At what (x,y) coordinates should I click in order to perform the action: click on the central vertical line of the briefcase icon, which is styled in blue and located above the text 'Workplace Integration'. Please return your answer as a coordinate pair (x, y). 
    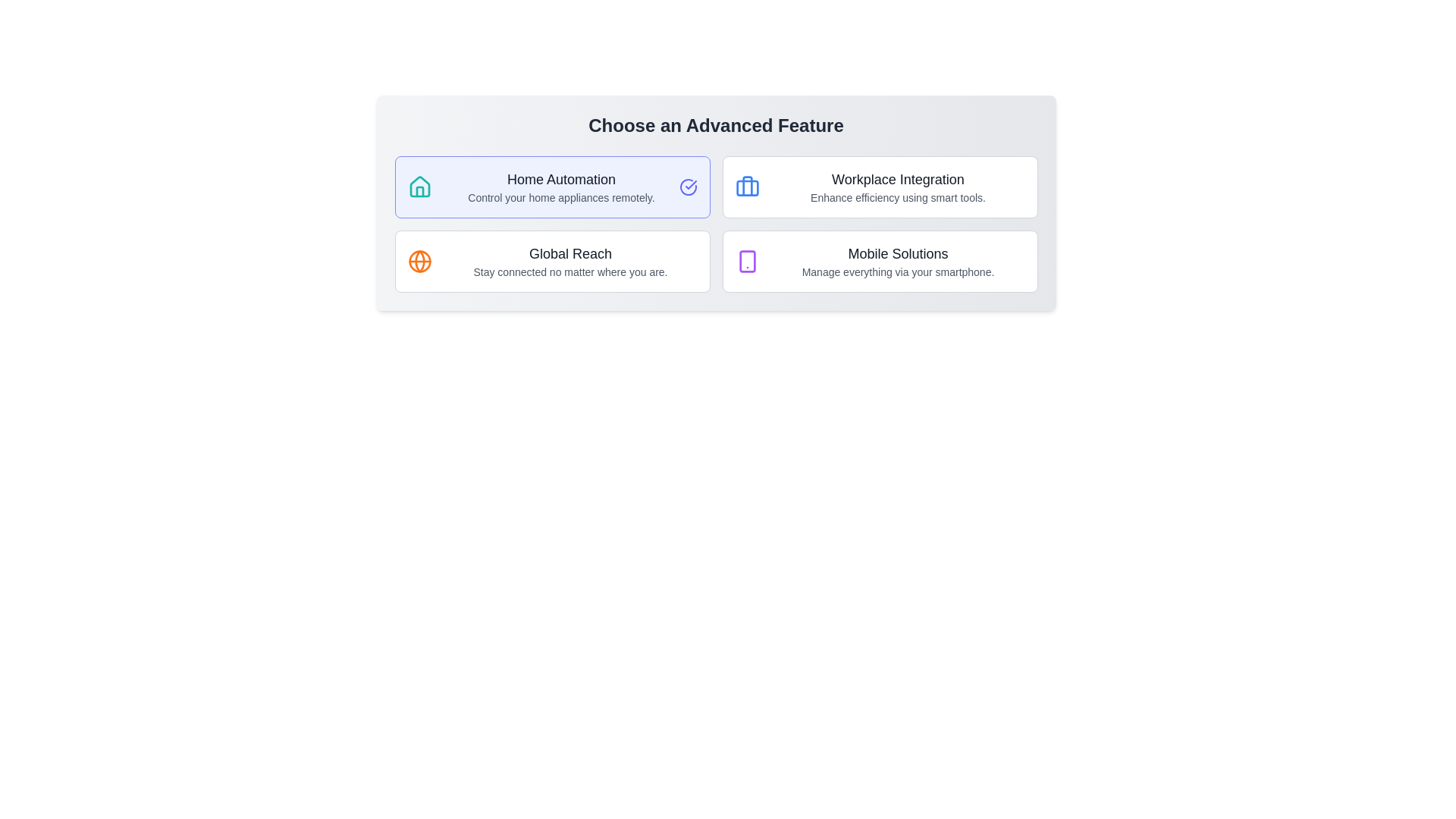
    Looking at the image, I should click on (747, 185).